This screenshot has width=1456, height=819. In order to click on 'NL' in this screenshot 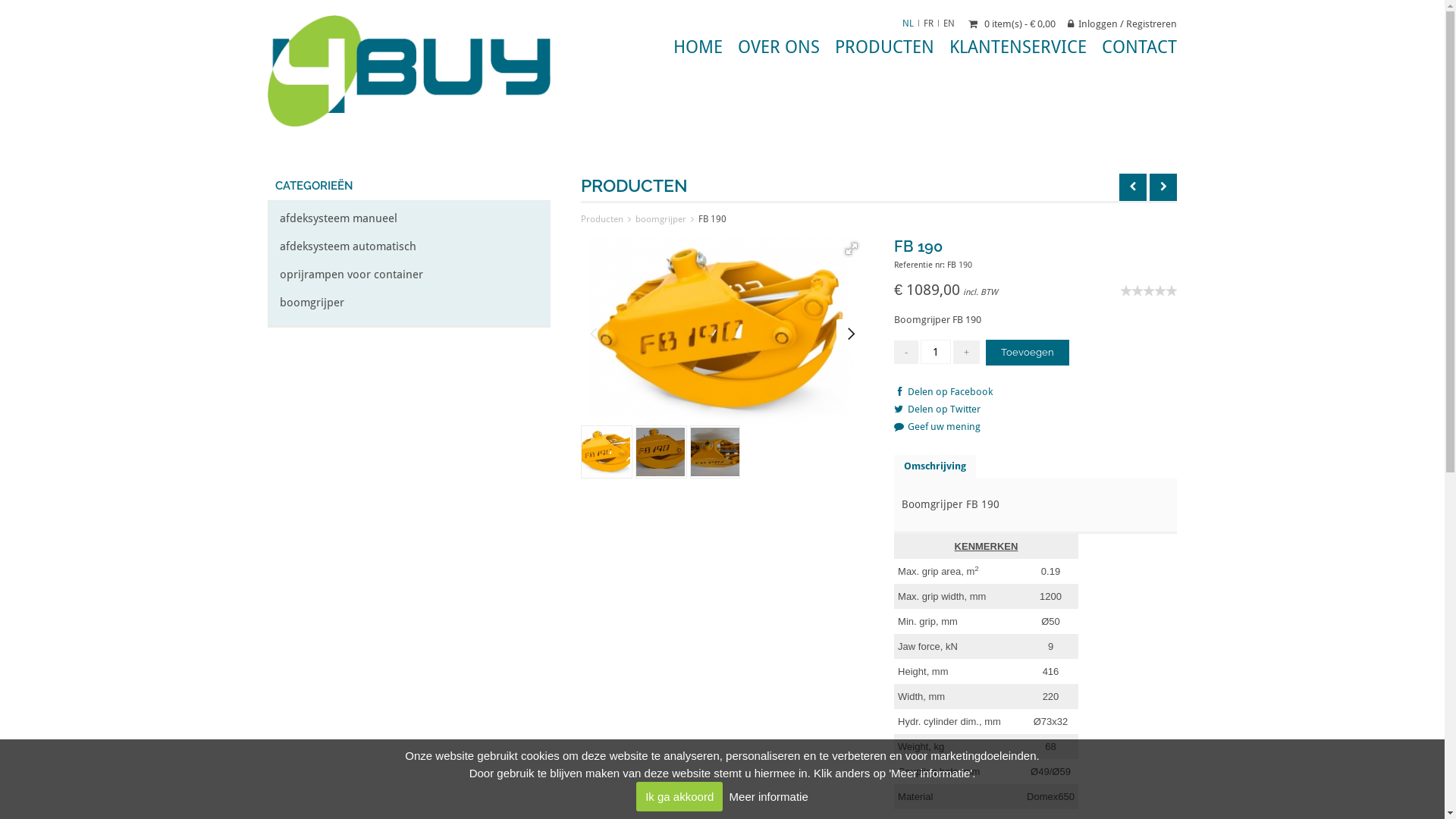, I will do `click(908, 25)`.